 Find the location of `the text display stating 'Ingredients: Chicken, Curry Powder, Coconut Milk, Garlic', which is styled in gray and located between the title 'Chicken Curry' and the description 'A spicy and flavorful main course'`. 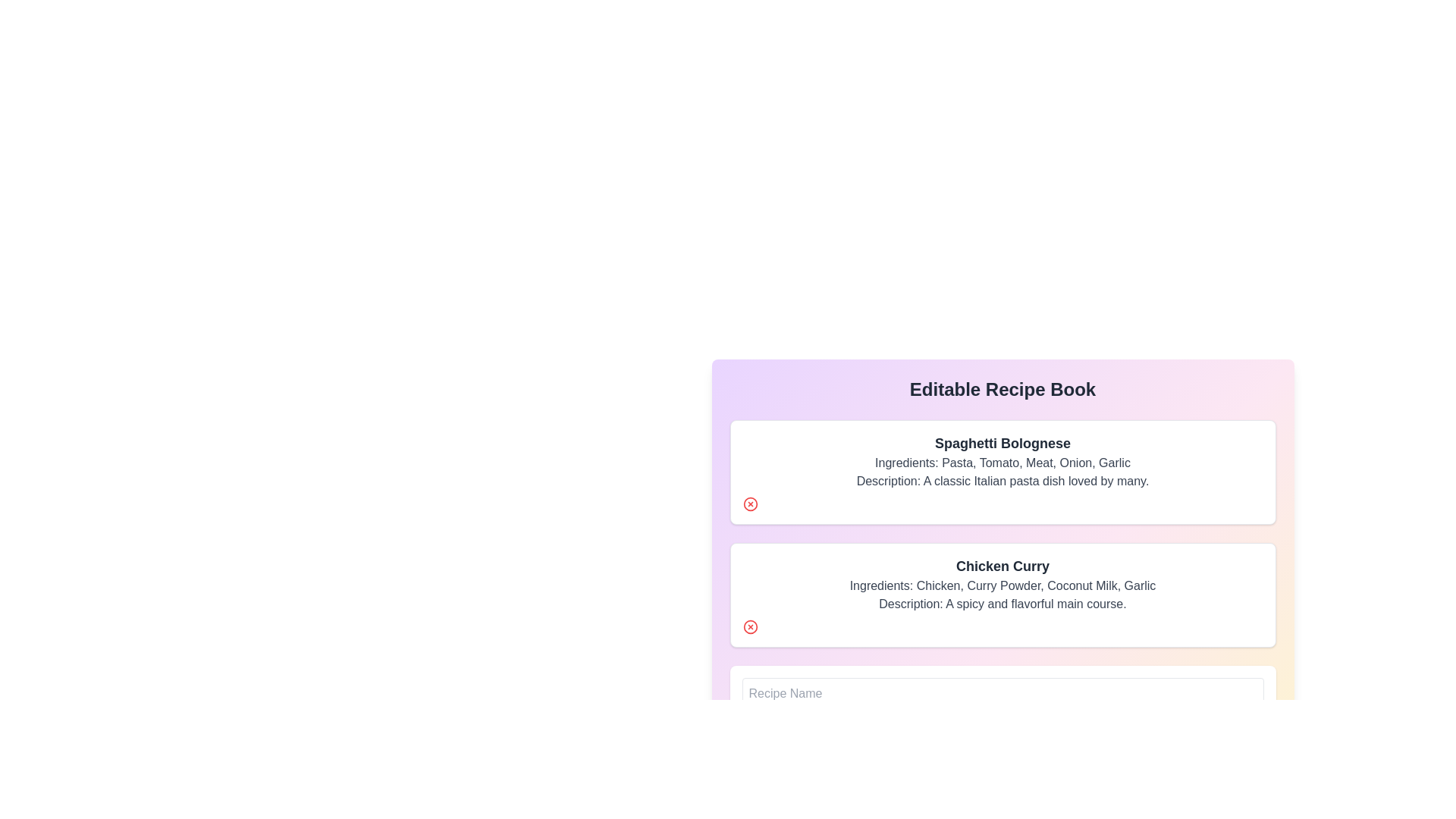

the text display stating 'Ingredients: Chicken, Curry Powder, Coconut Milk, Garlic', which is styled in gray and located between the title 'Chicken Curry' and the description 'A spicy and flavorful main course' is located at coordinates (1003, 585).